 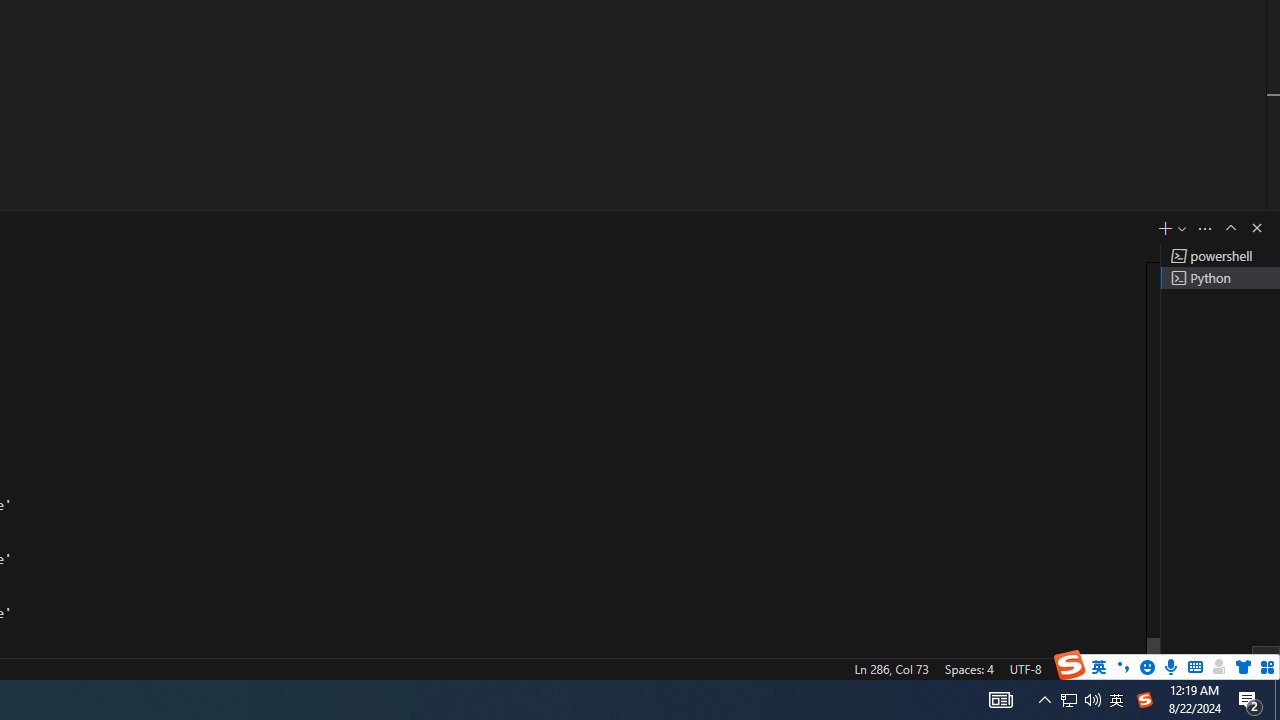 I want to click on 'Hide Panel', so click(x=1255, y=226).